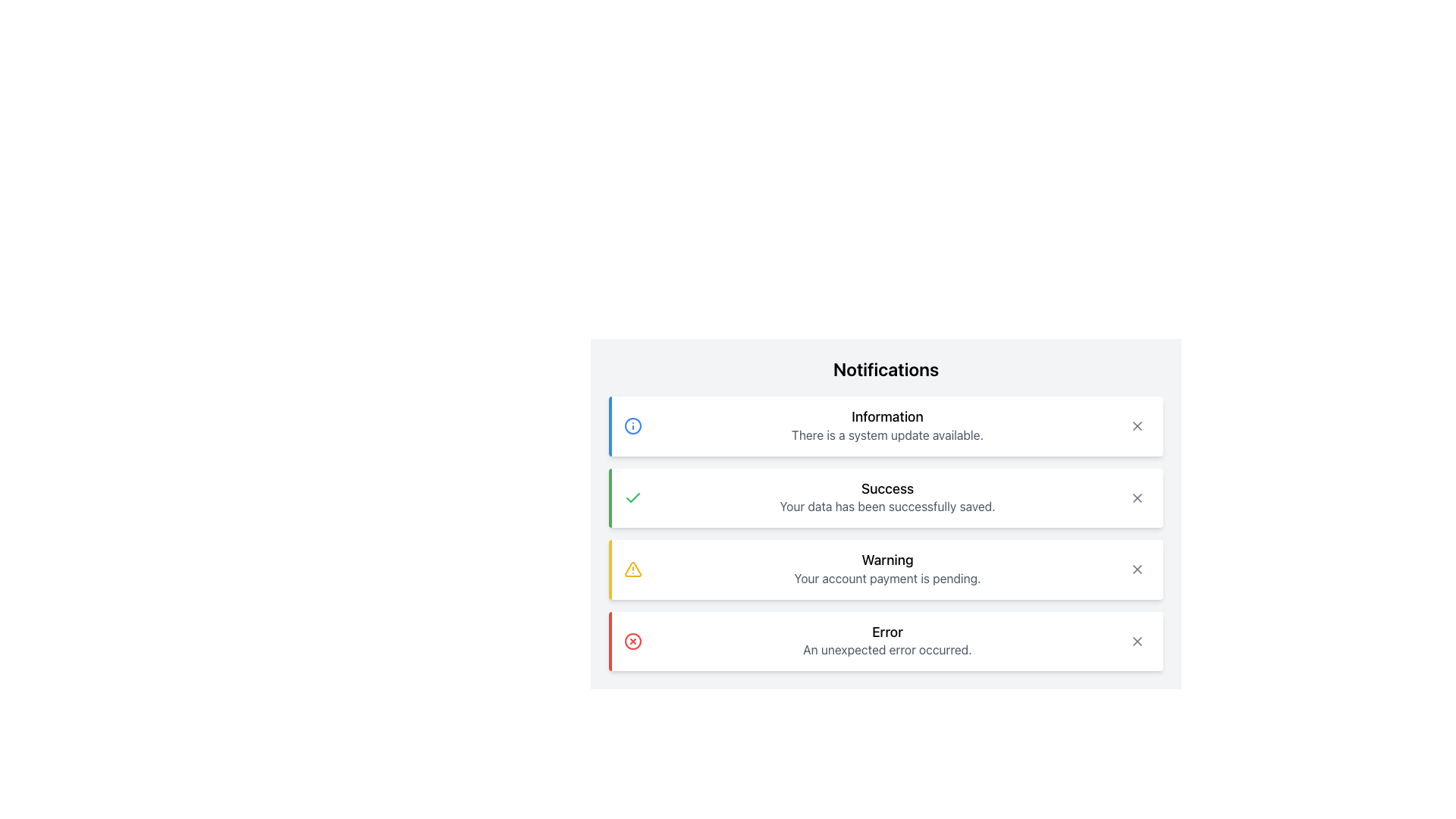 This screenshot has height=819, width=1456. What do you see at coordinates (633, 641) in the screenshot?
I see `the circular SVG graphic element with a red border and an 'X' symbol, located at the bottom error notification entry next to the 'Error' label` at bounding box center [633, 641].